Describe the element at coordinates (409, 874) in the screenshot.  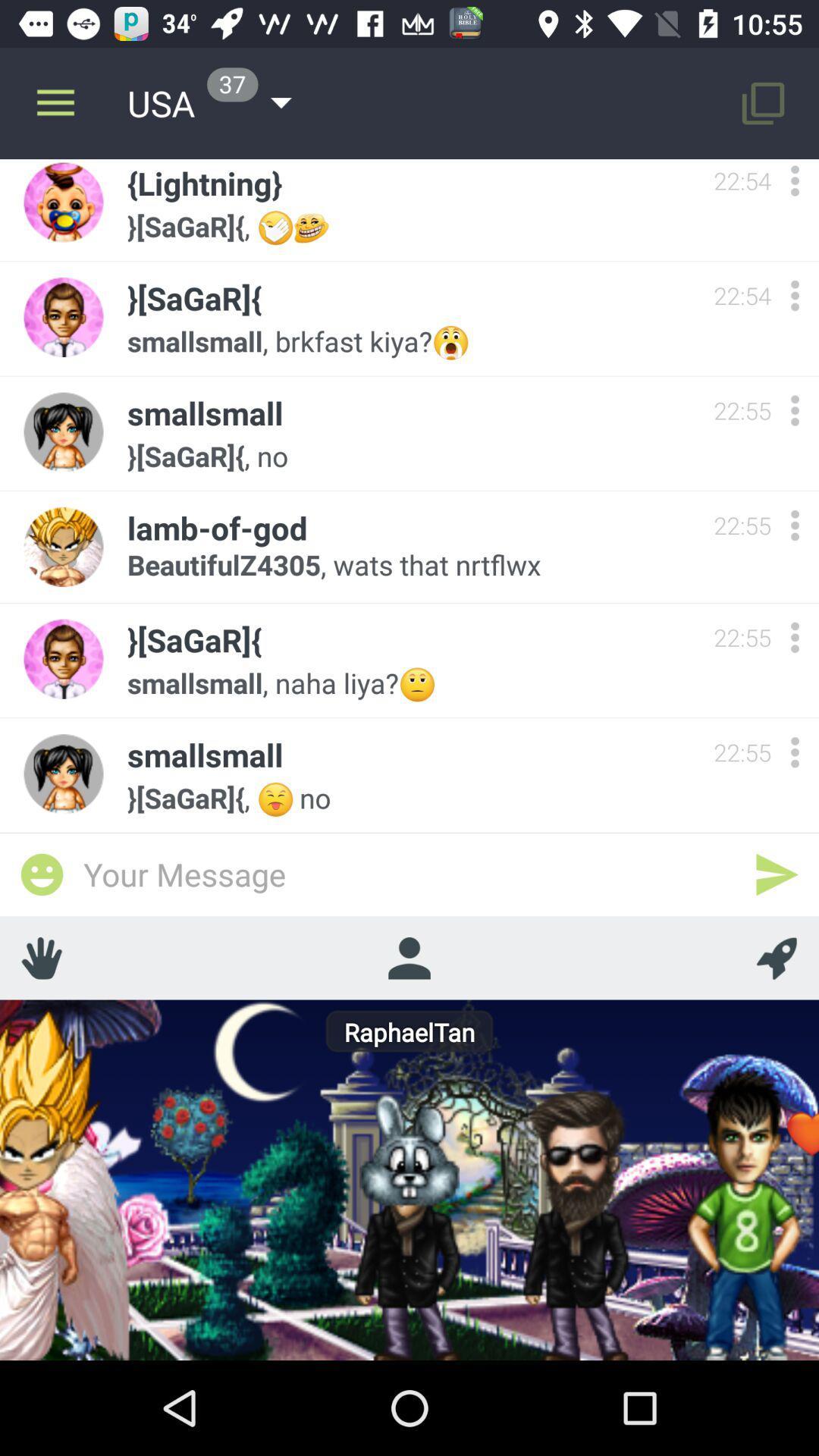
I see `to enter your message` at that location.